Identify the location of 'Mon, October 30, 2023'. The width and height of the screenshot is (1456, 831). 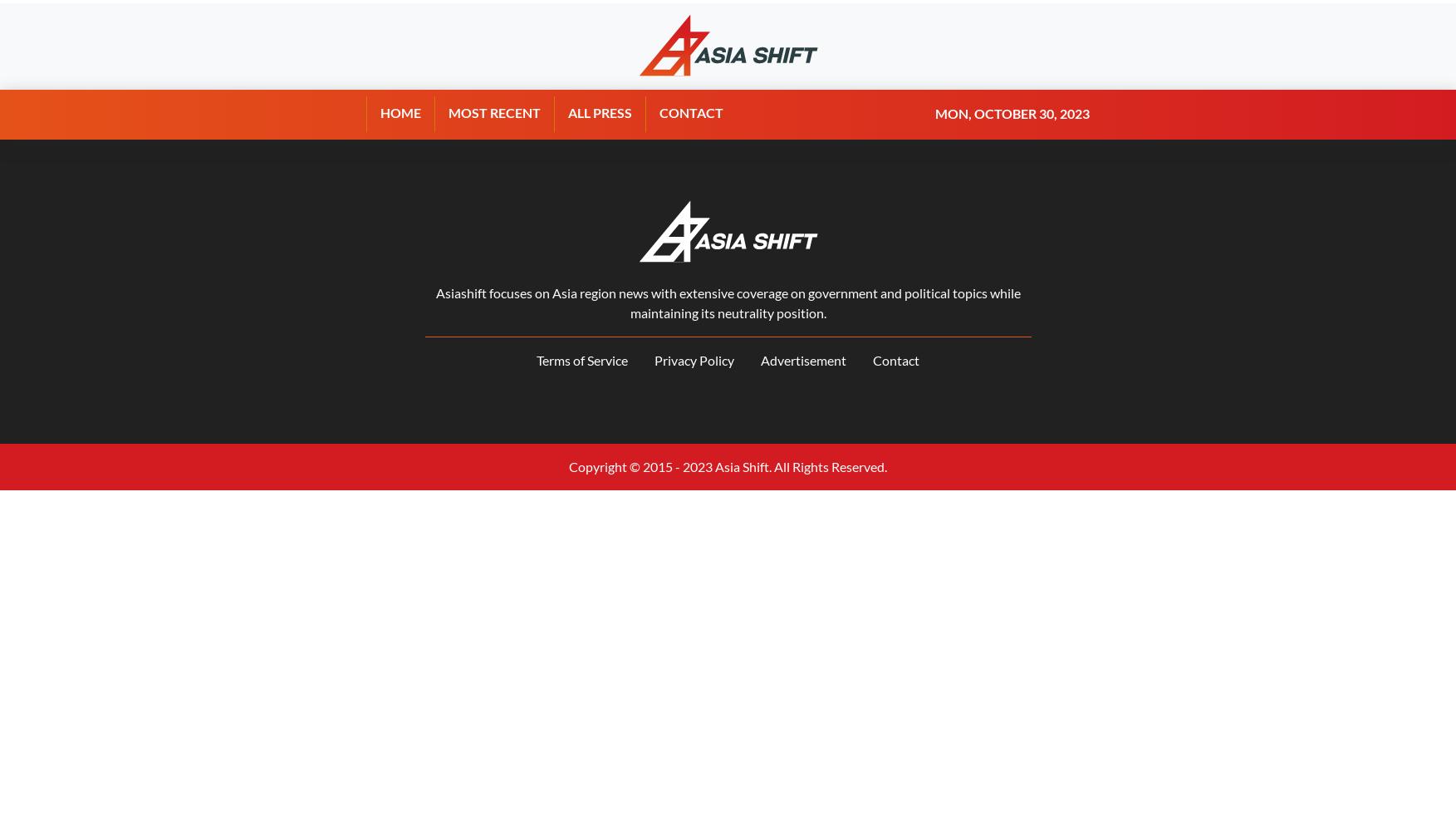
(1012, 113).